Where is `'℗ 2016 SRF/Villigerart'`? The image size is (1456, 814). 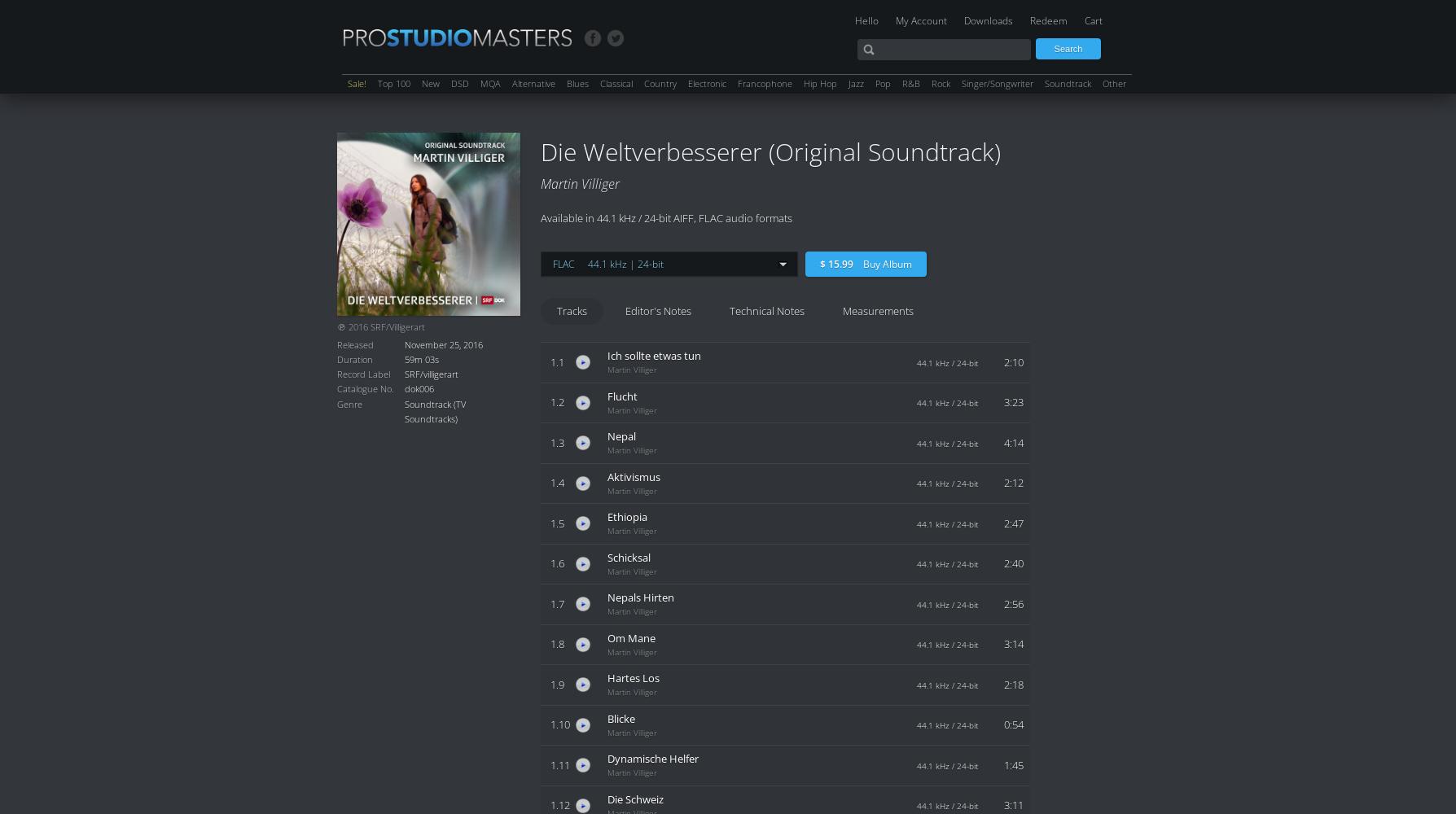 '℗ 2016 SRF/Villigerart' is located at coordinates (380, 327).